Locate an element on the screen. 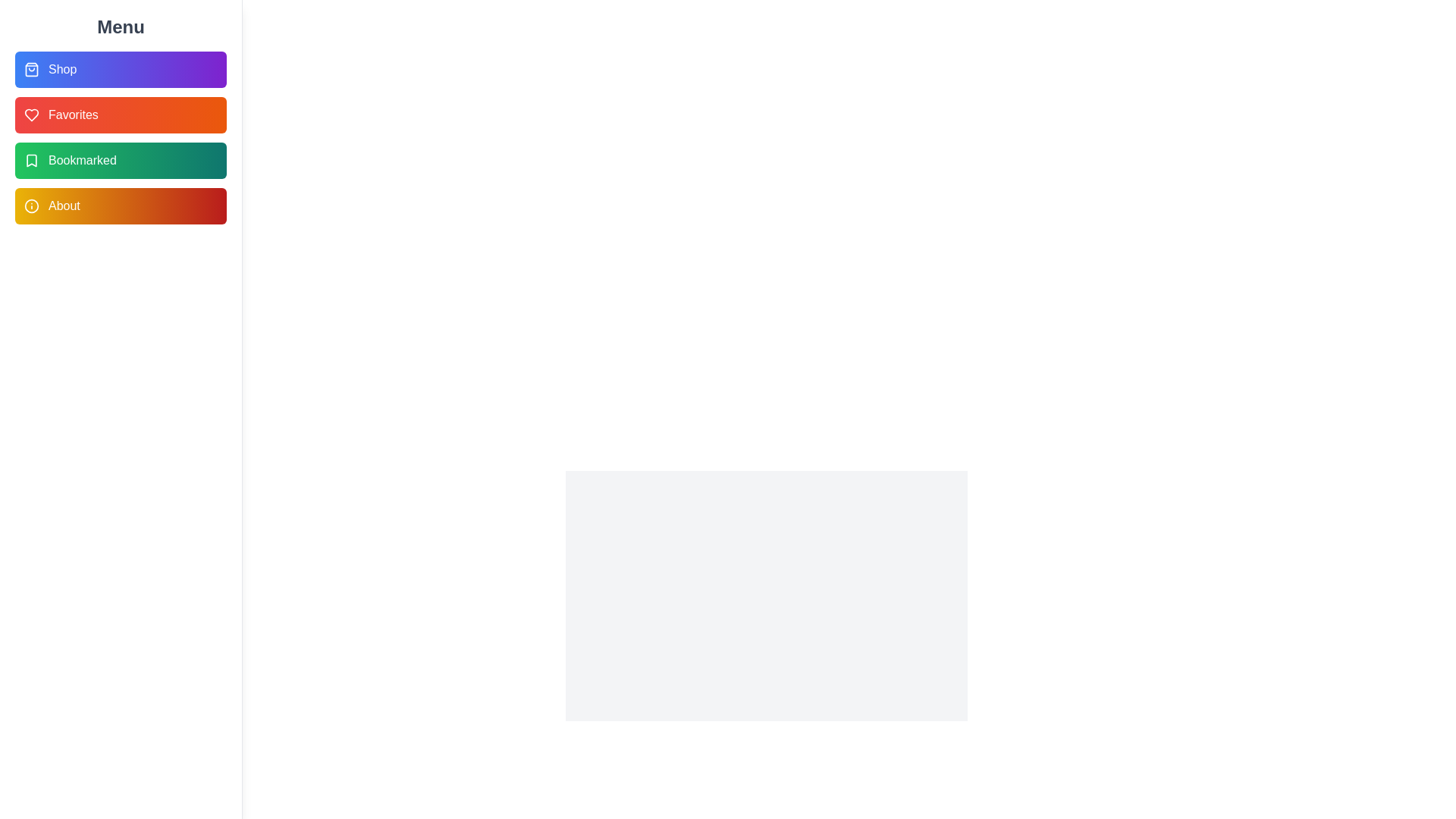  the Bookmarked menu item is located at coordinates (120, 161).